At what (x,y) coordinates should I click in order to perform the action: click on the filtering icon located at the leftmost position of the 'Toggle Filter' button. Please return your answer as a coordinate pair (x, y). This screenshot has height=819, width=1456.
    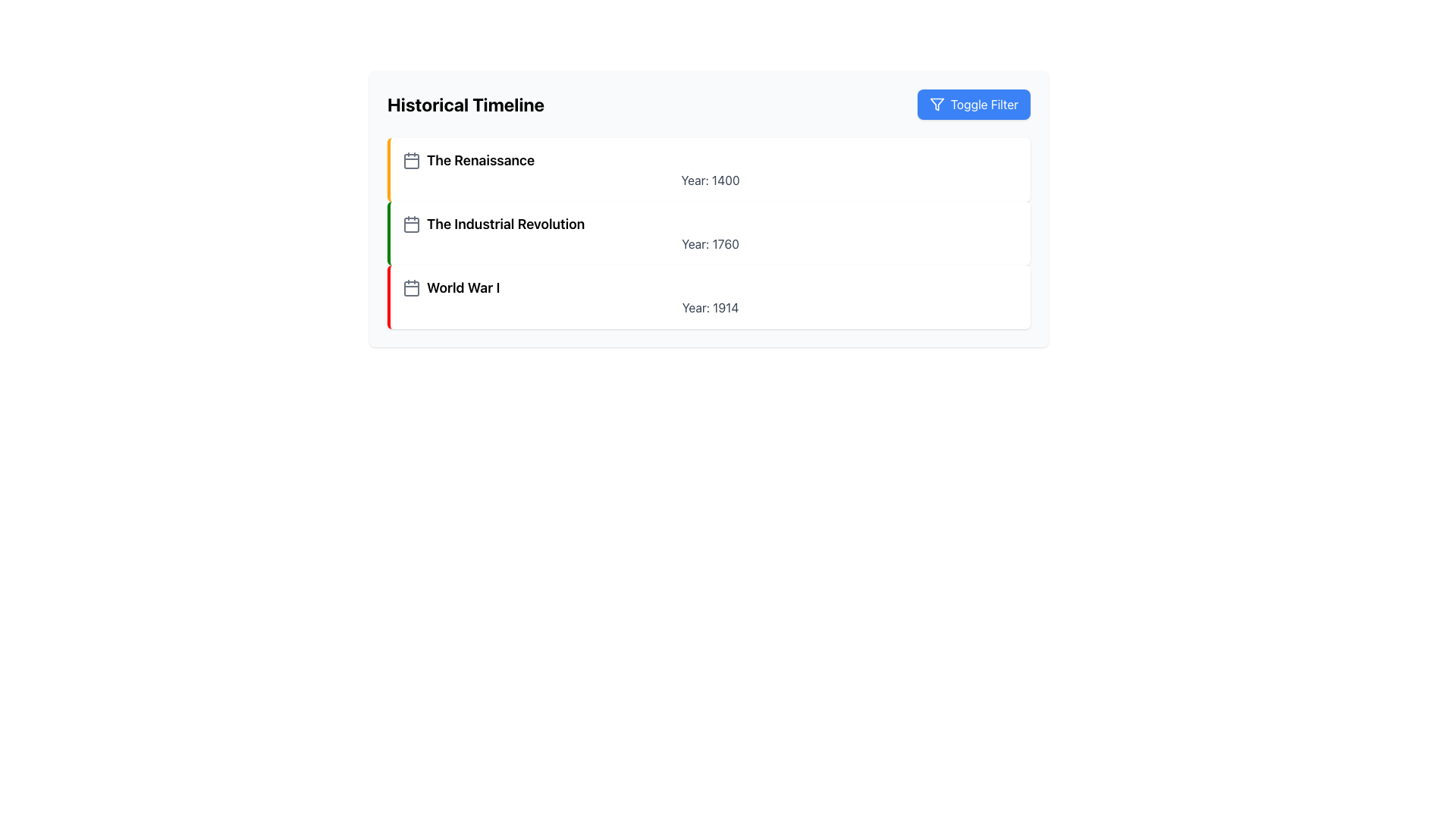
    Looking at the image, I should click on (936, 104).